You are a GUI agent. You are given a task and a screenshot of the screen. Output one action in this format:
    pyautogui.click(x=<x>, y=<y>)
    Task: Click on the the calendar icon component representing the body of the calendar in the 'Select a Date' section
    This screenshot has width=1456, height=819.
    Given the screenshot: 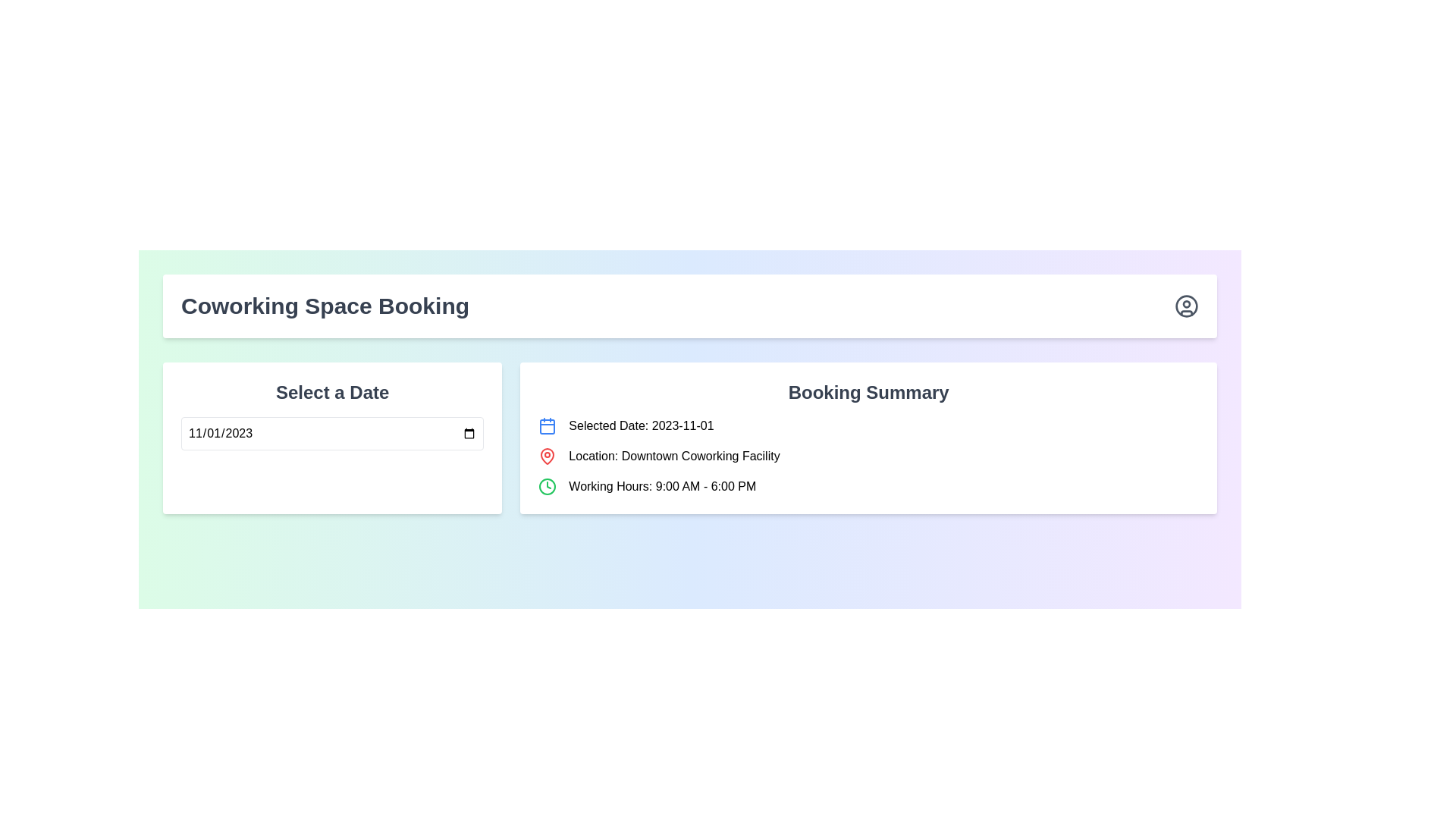 What is the action you would take?
    pyautogui.click(x=547, y=427)
    